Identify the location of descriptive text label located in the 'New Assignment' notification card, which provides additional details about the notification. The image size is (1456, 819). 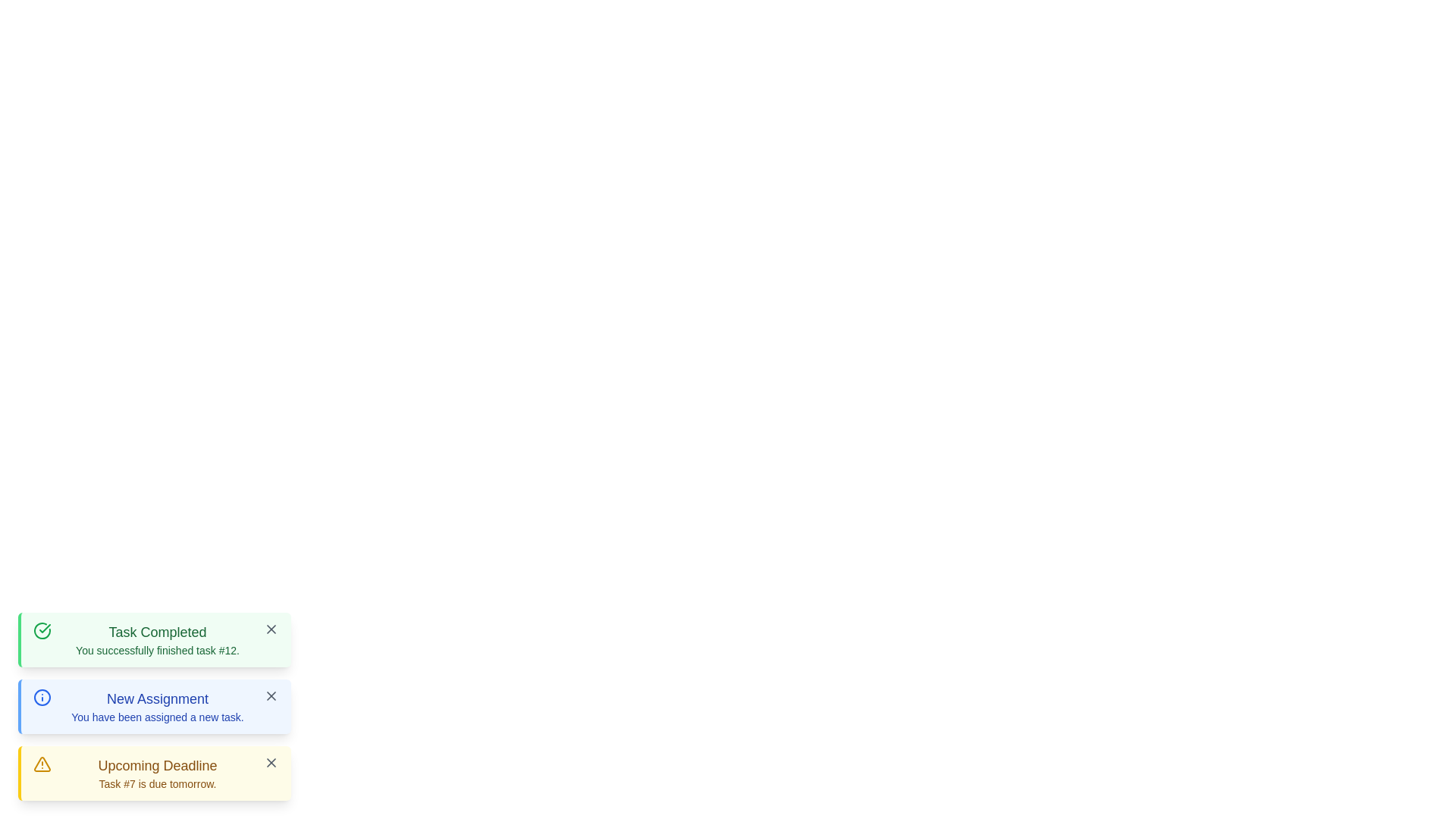
(157, 717).